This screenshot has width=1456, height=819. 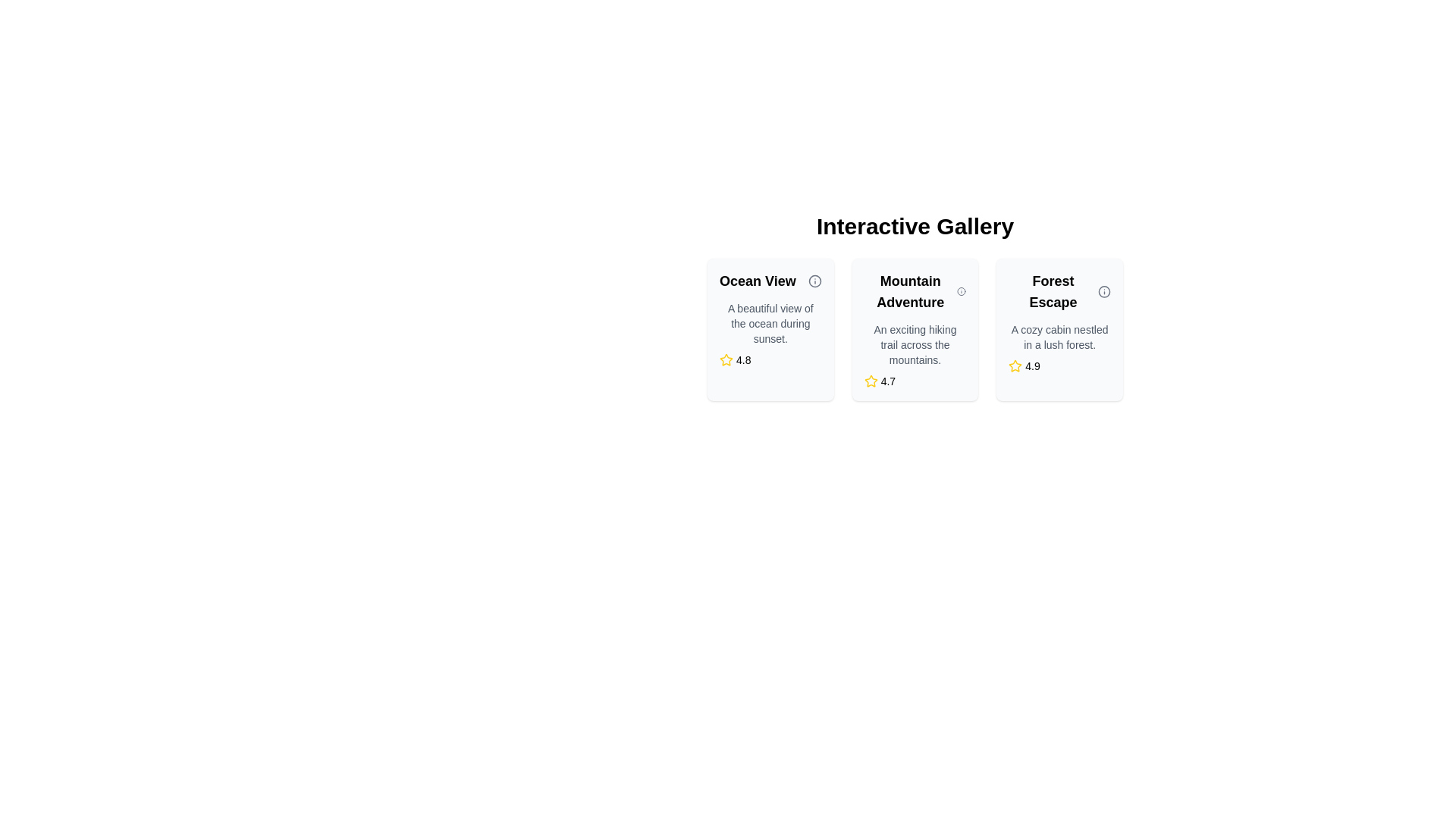 What do you see at coordinates (726, 359) in the screenshot?
I see `the star-shaped icon with a yellow outline representing ratings, located to the left of the text '4.8' in the 'Ocean View' card` at bounding box center [726, 359].